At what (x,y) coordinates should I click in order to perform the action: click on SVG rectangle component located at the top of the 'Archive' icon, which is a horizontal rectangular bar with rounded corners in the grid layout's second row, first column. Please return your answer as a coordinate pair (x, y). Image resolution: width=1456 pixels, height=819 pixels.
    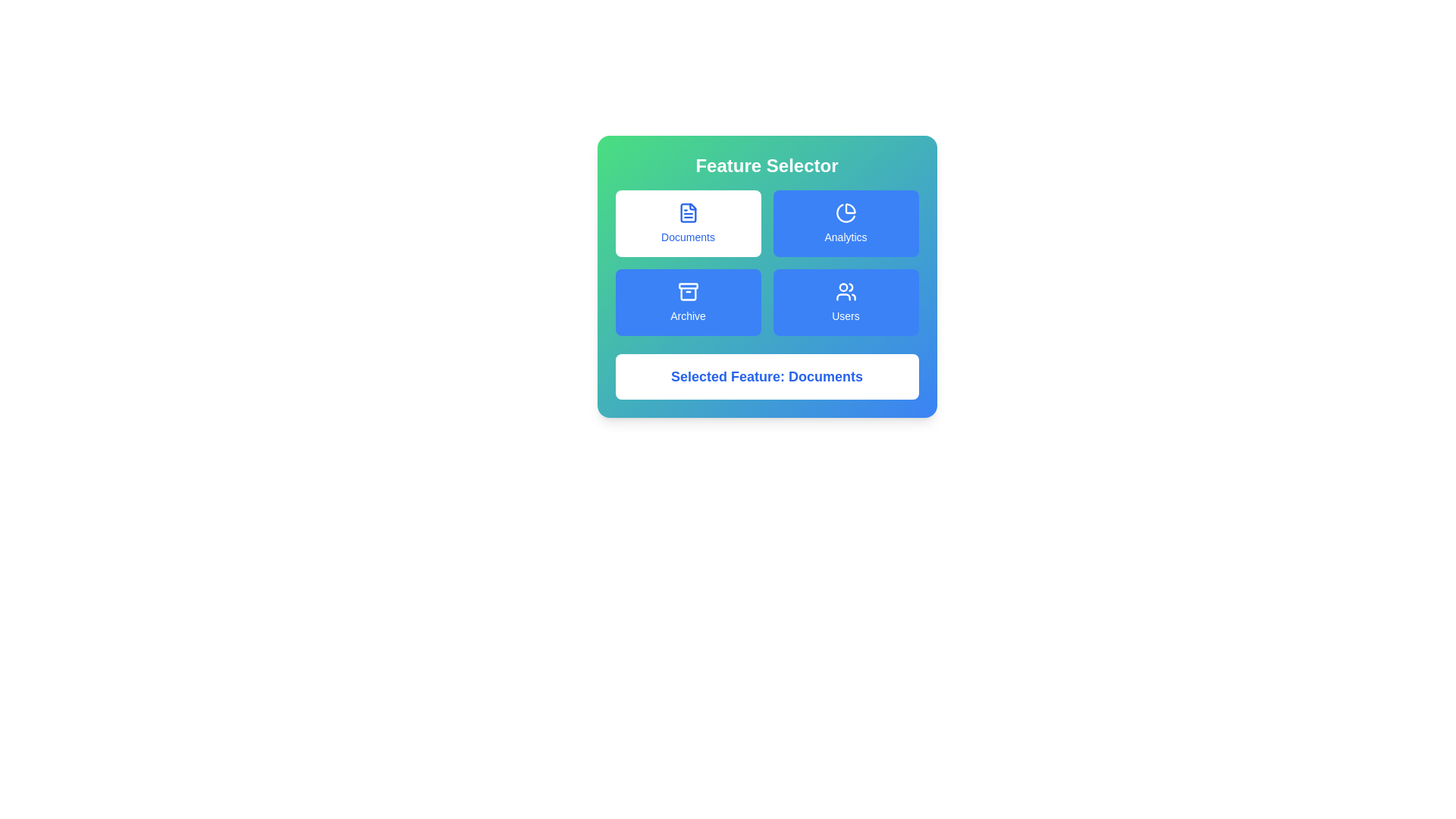
    Looking at the image, I should click on (687, 286).